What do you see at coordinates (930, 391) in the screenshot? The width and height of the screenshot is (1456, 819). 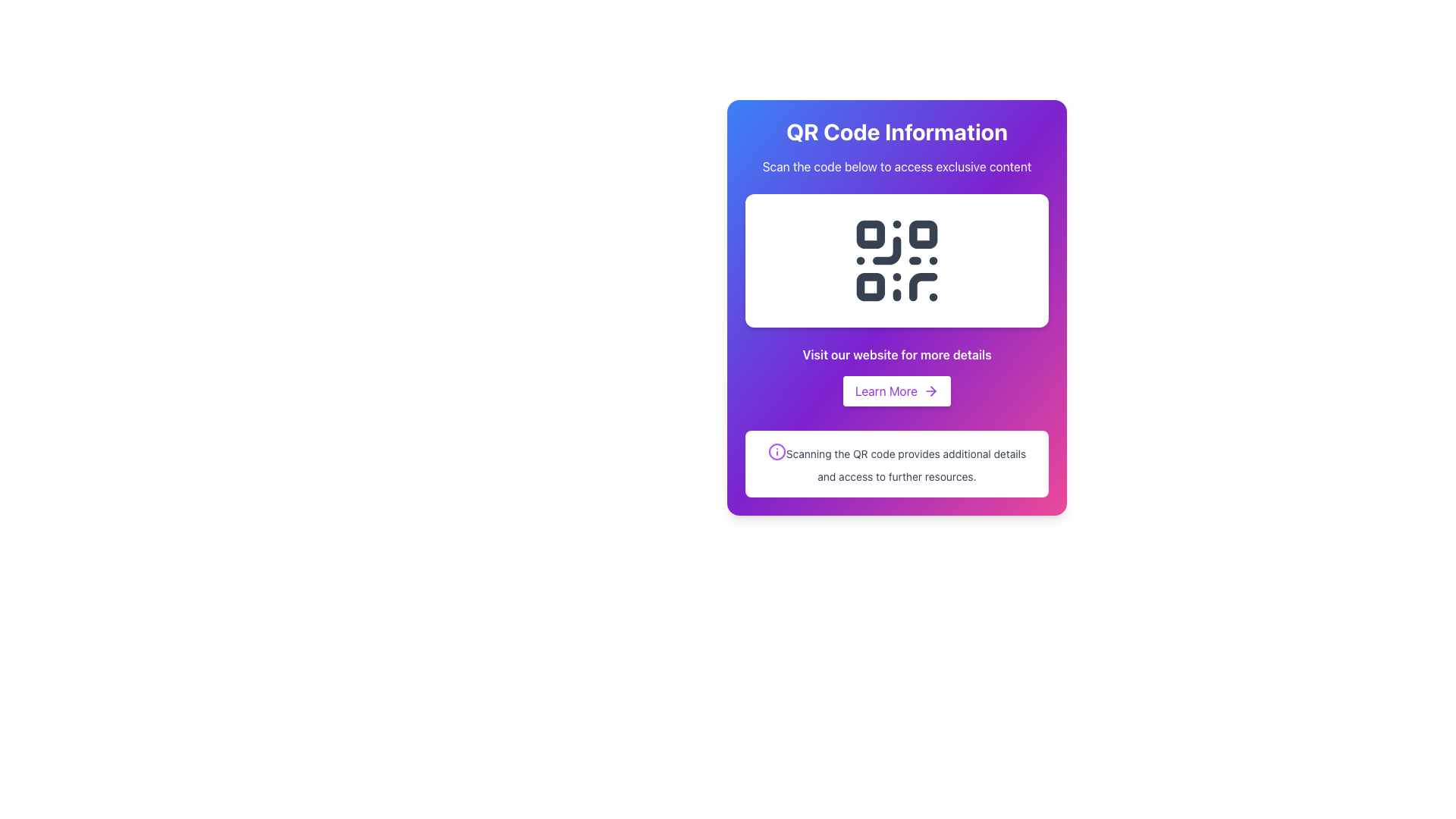 I see `the arrow icon located` at bounding box center [930, 391].